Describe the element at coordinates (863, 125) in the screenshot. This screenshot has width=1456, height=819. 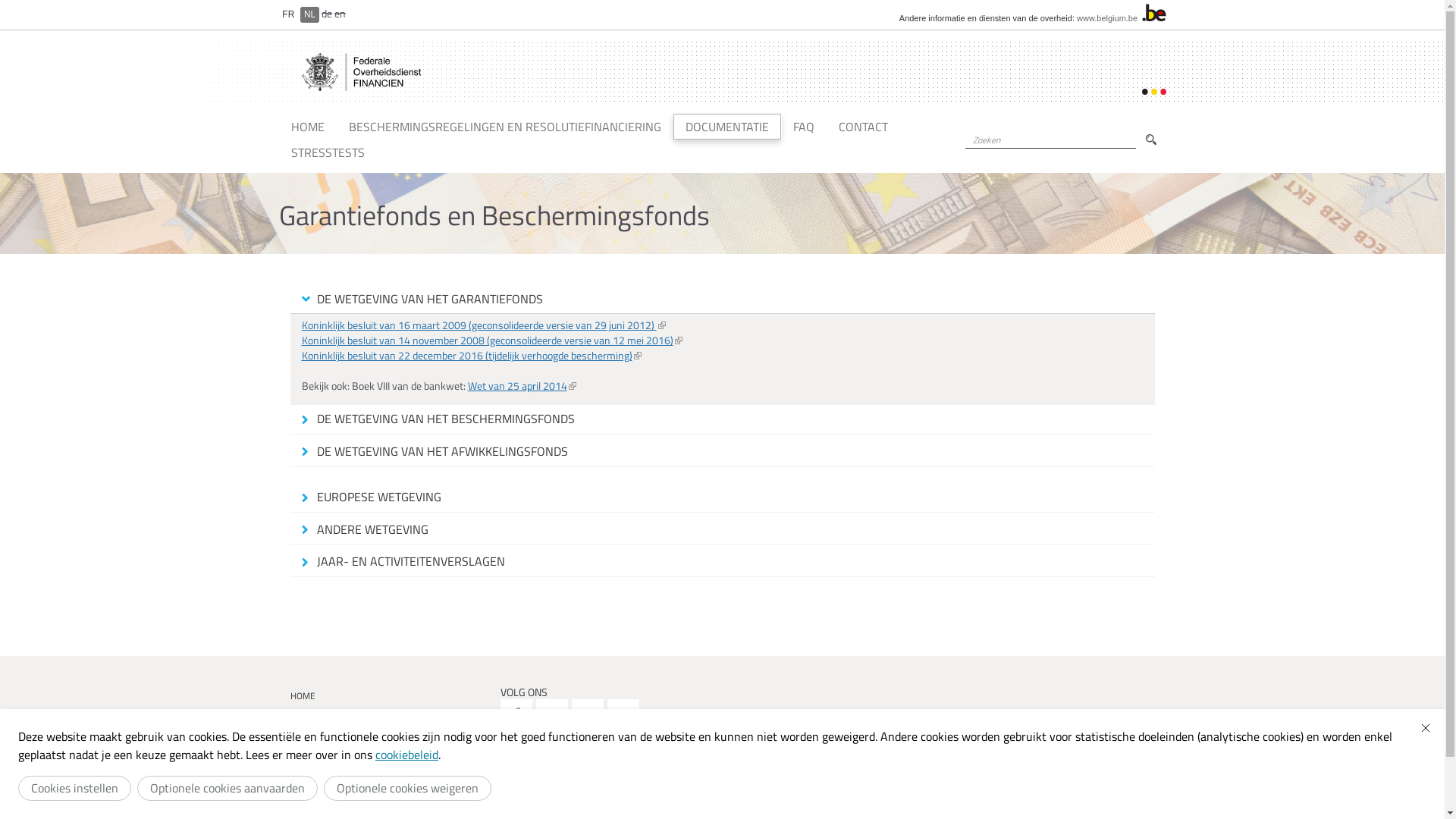
I see `'CONTACT'` at that location.